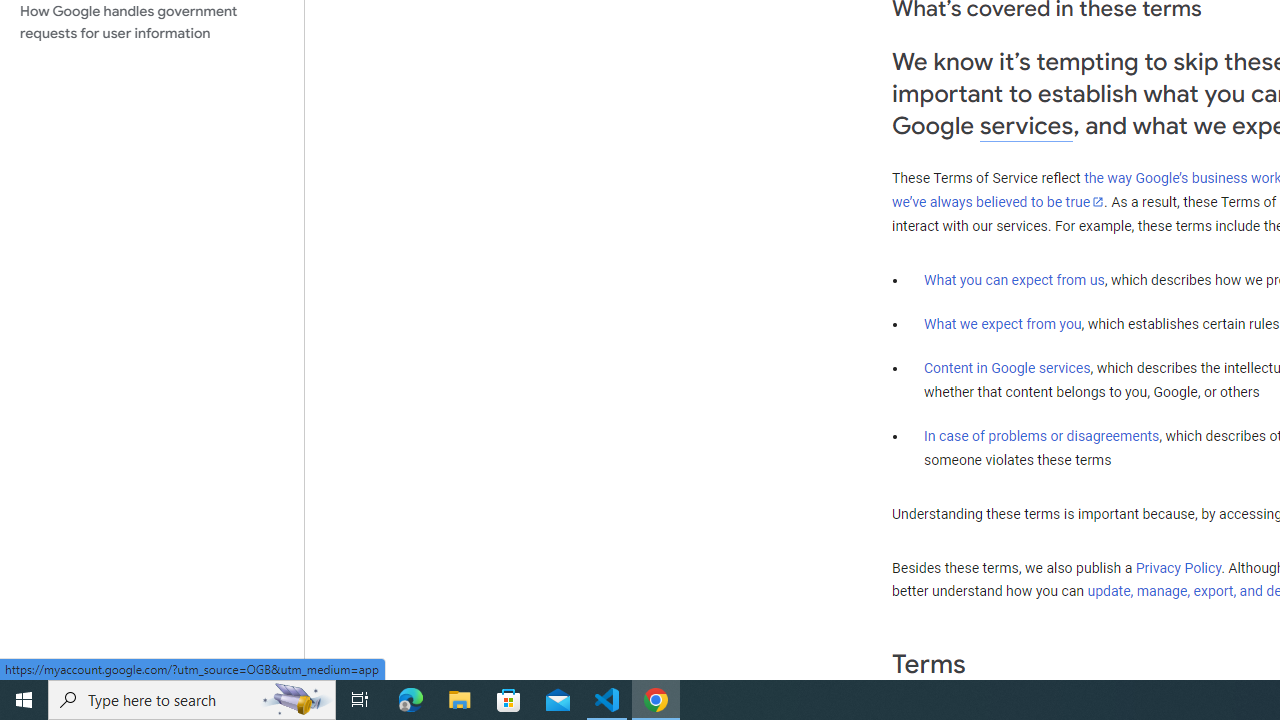 The width and height of the screenshot is (1280, 720). Describe the element at coordinates (1014, 279) in the screenshot. I see `'What you can expect from us'` at that location.